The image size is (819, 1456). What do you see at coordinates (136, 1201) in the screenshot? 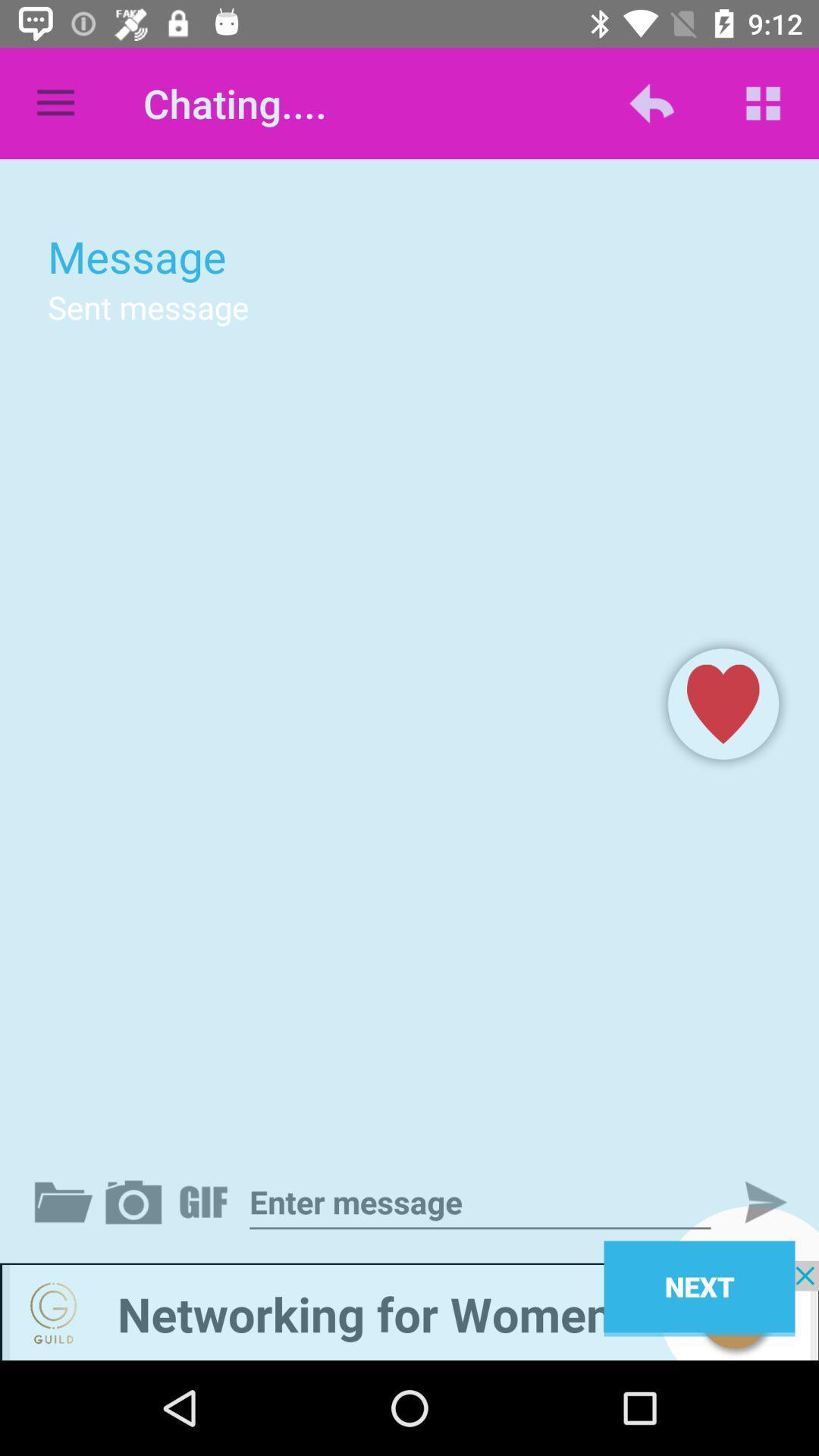
I see `take a picture` at bounding box center [136, 1201].